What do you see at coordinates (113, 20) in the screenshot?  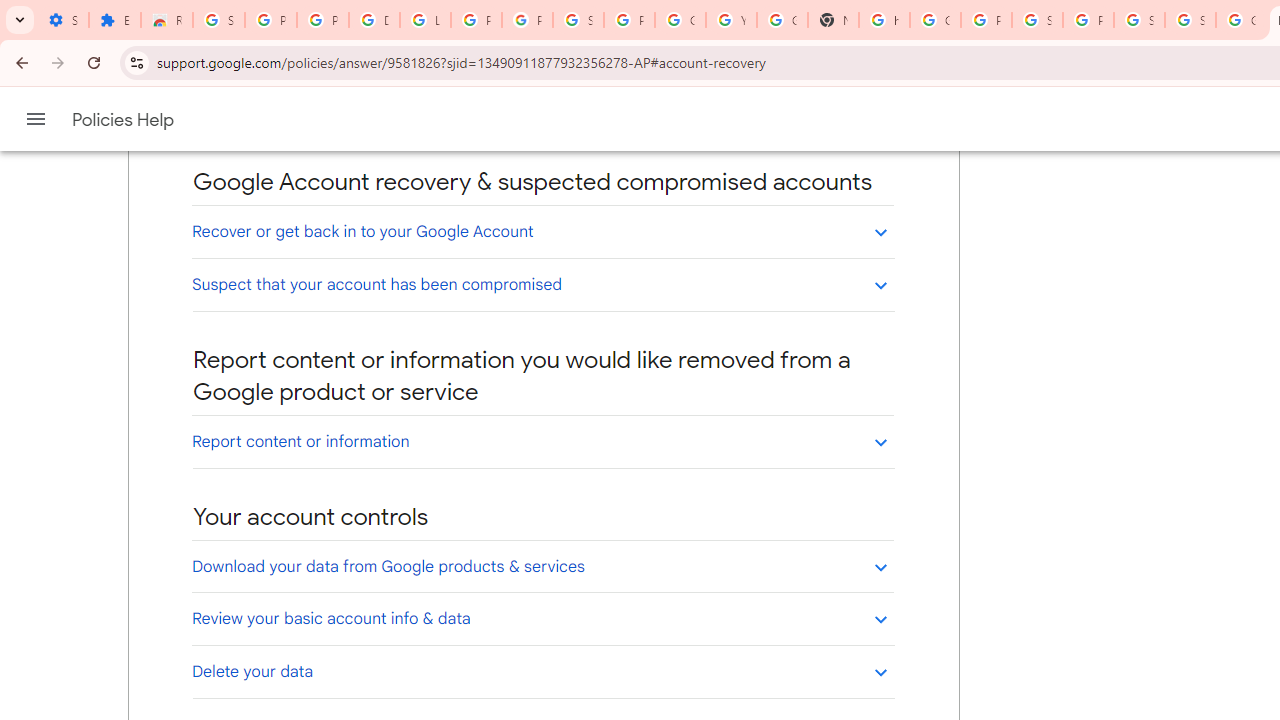 I see `'Extensions'` at bounding box center [113, 20].